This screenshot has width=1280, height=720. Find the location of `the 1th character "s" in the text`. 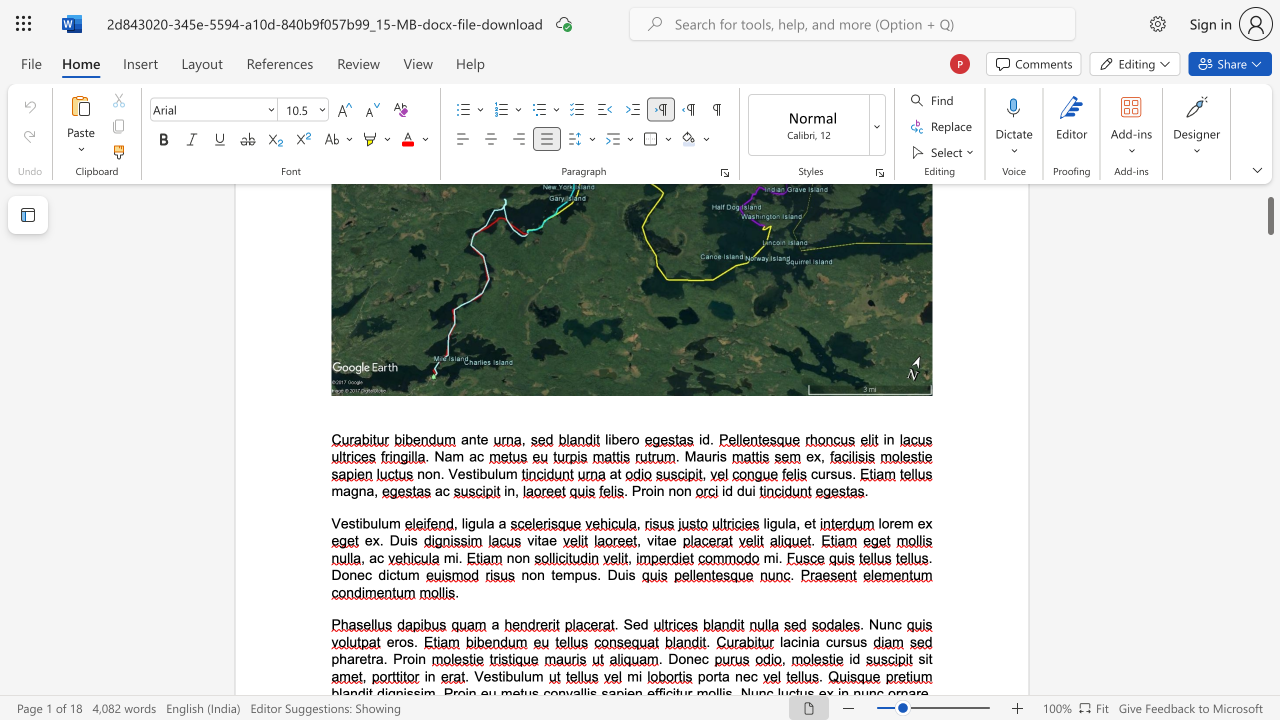

the 1th character "s" in the text is located at coordinates (352, 522).